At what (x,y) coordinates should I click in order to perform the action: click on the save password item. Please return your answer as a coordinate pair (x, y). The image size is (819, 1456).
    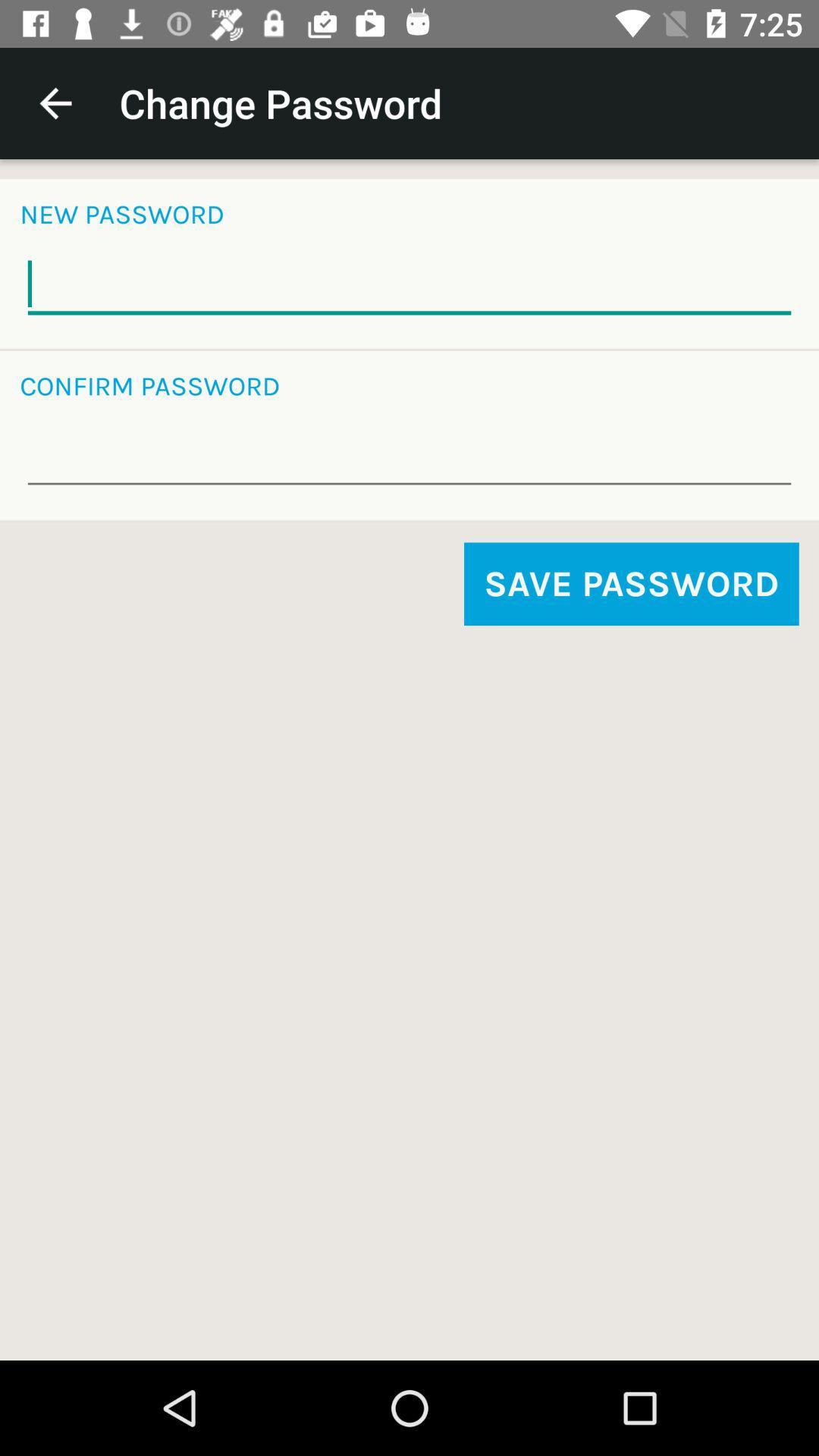
    Looking at the image, I should click on (631, 583).